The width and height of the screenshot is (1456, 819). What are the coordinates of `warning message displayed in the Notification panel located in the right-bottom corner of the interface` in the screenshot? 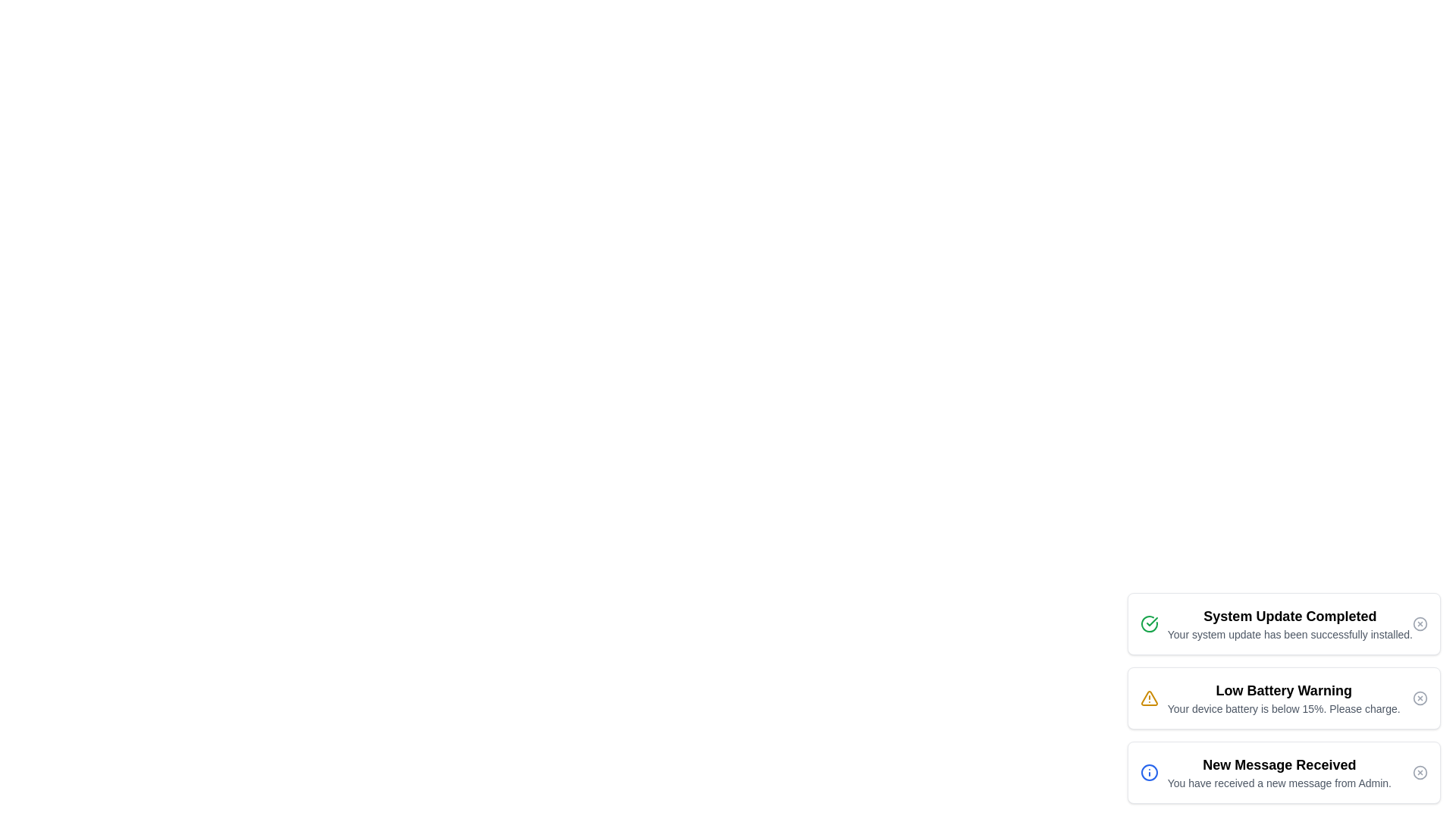 It's located at (1283, 698).